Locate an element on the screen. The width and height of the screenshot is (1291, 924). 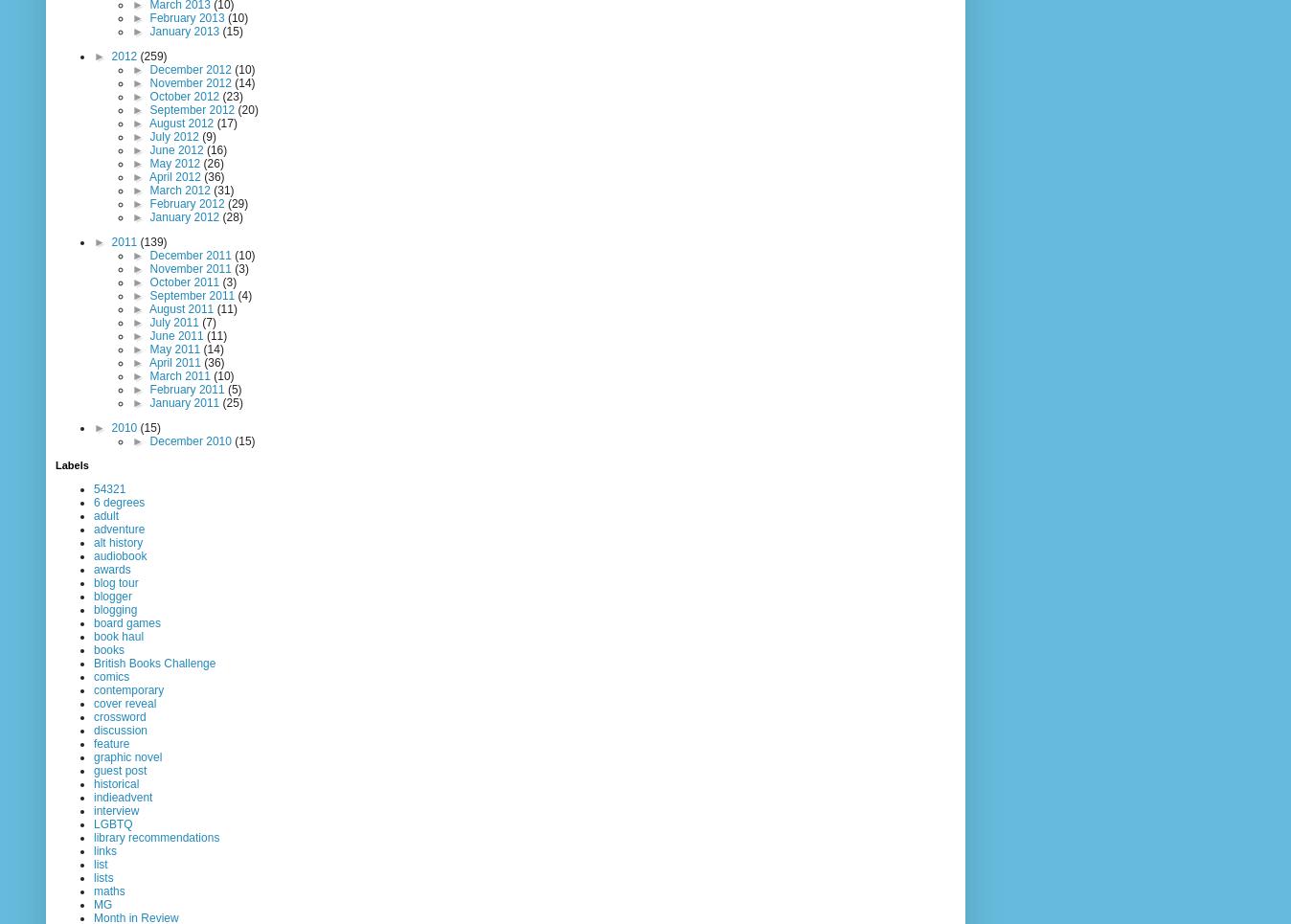
'November 2012' is located at coordinates (192, 82).